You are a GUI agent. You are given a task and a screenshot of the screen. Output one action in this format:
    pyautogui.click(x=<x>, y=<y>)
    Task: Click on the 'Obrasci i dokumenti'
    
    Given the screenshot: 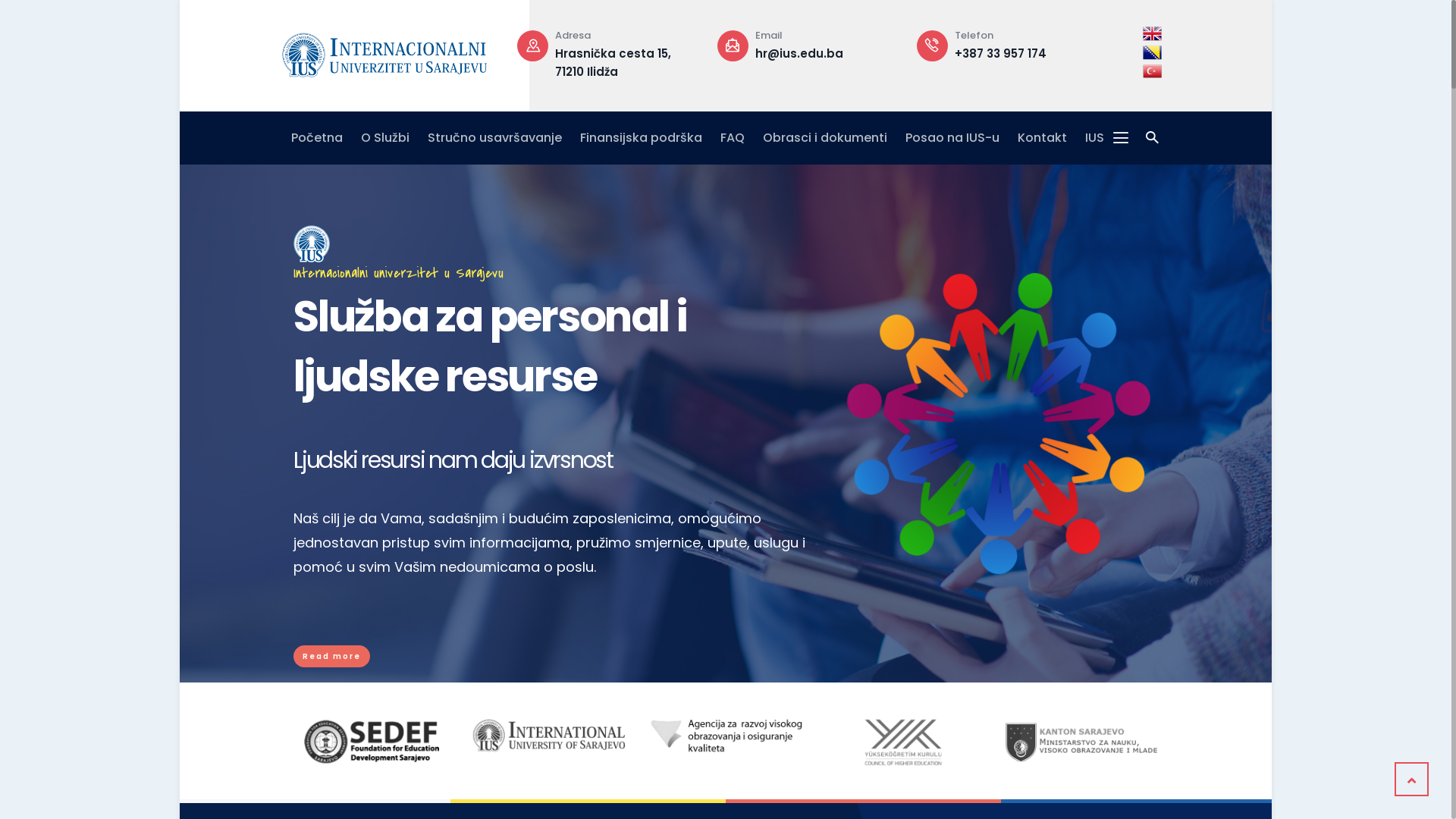 What is the action you would take?
    pyautogui.click(x=824, y=137)
    